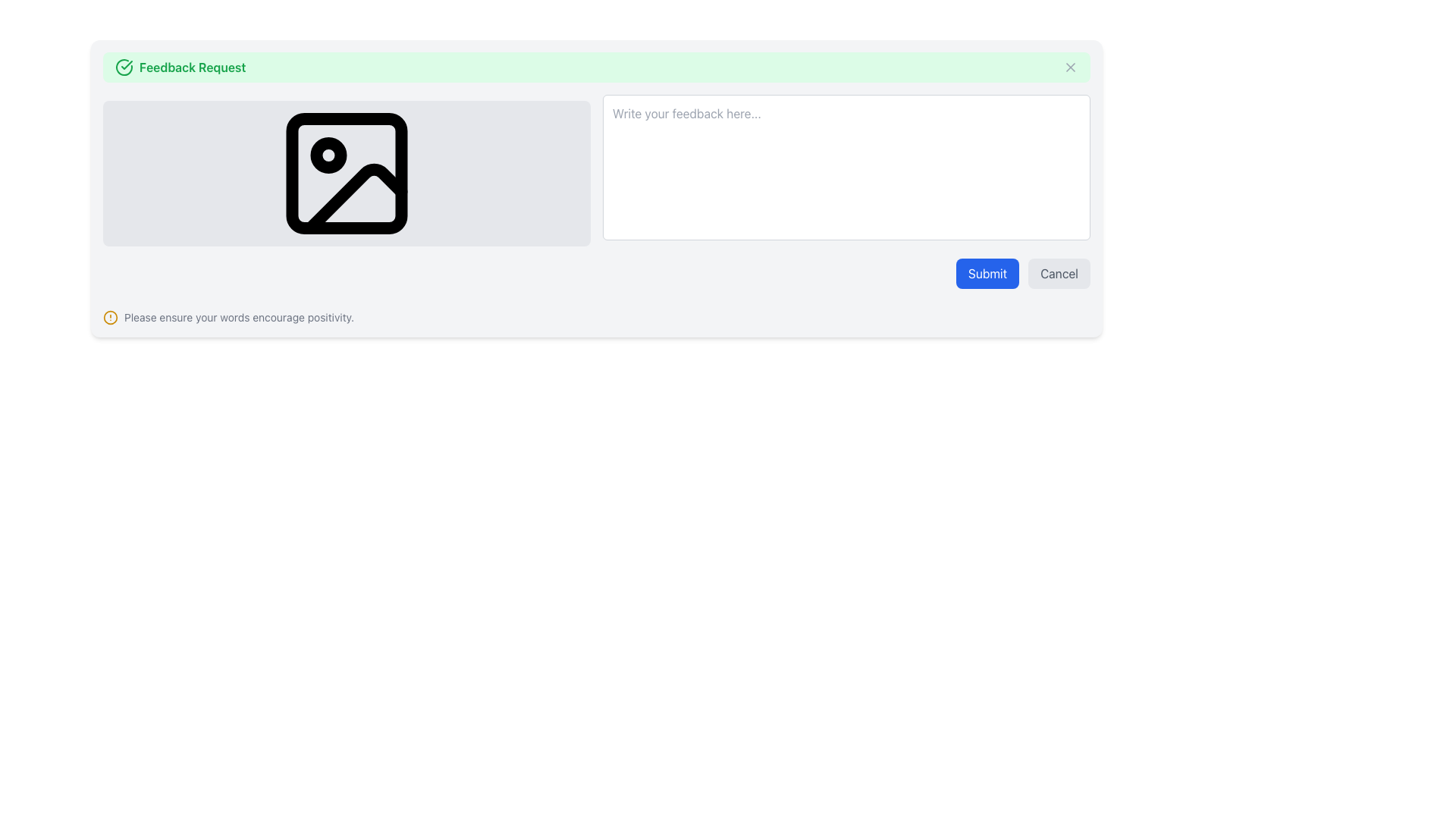  Describe the element at coordinates (127, 64) in the screenshot. I see `the checkmark icon within the green-stroked circular SVG element to indicate confirmation or success` at that location.